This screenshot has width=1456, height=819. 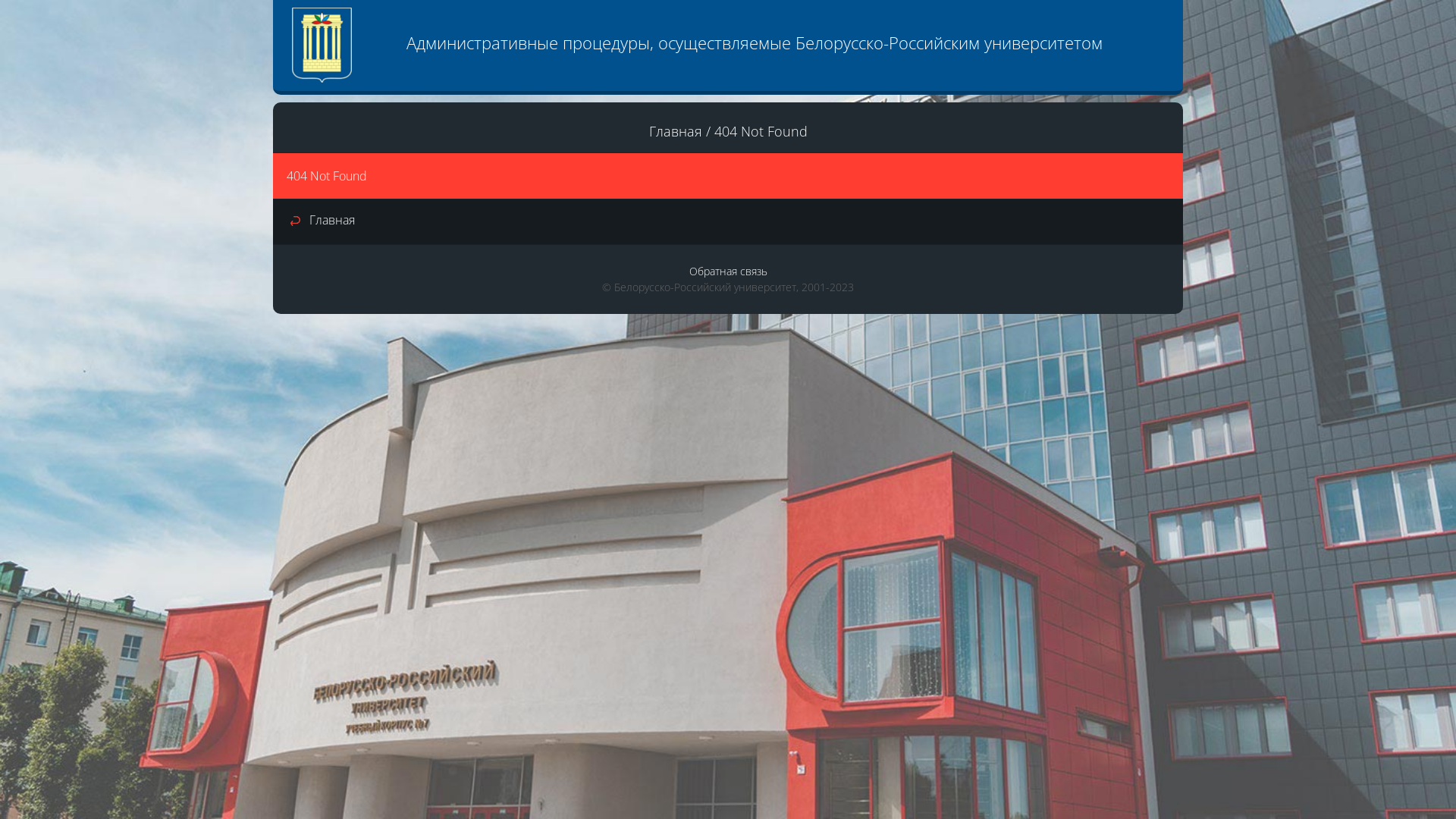 I want to click on '404 Not Found', so click(x=713, y=130).